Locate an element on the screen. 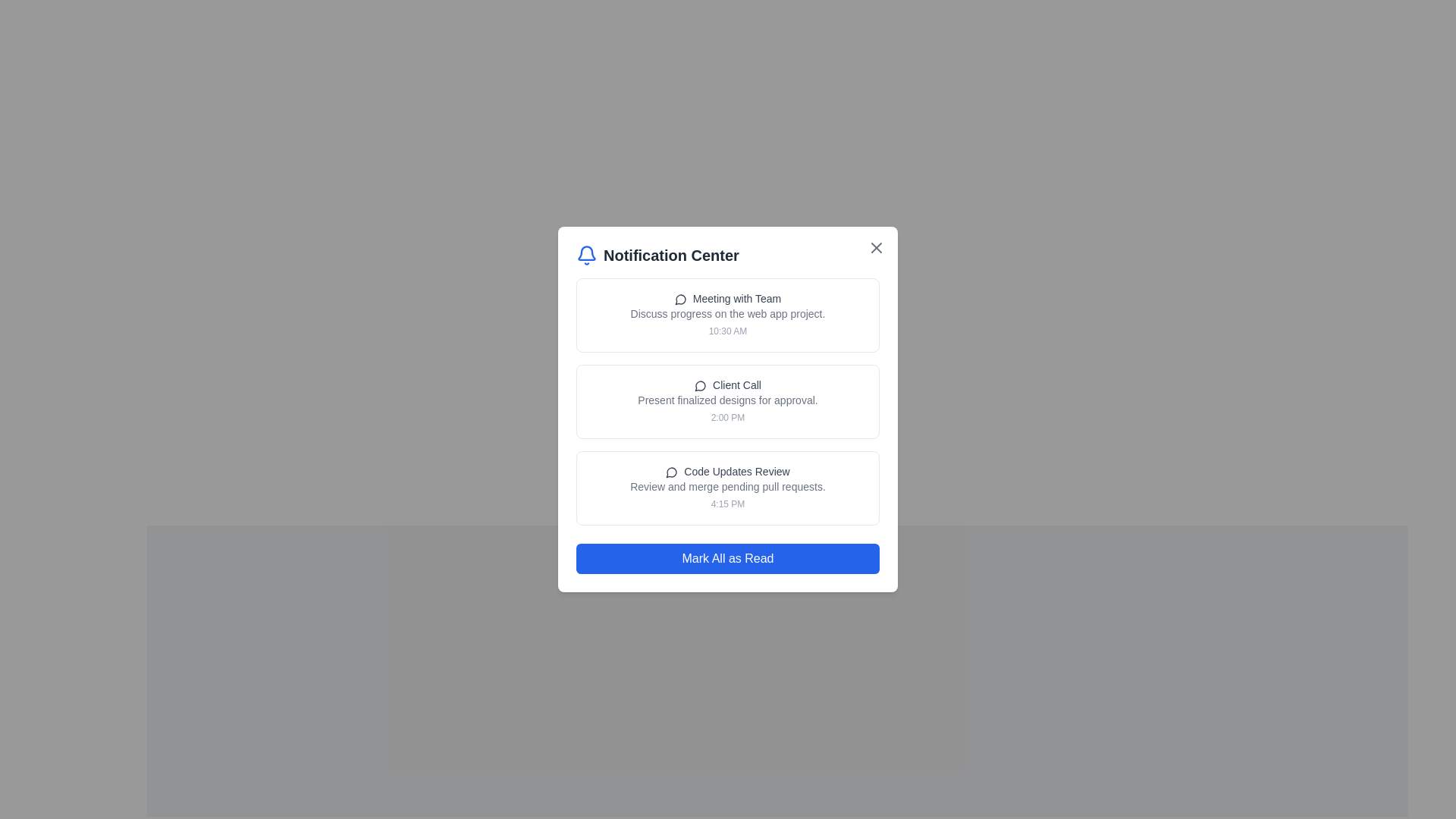 The image size is (1456, 819). the Notification card titled 'Client Call' that contains a description about presenting finalized designs, positioned in the Notification Center modal is located at coordinates (728, 400).